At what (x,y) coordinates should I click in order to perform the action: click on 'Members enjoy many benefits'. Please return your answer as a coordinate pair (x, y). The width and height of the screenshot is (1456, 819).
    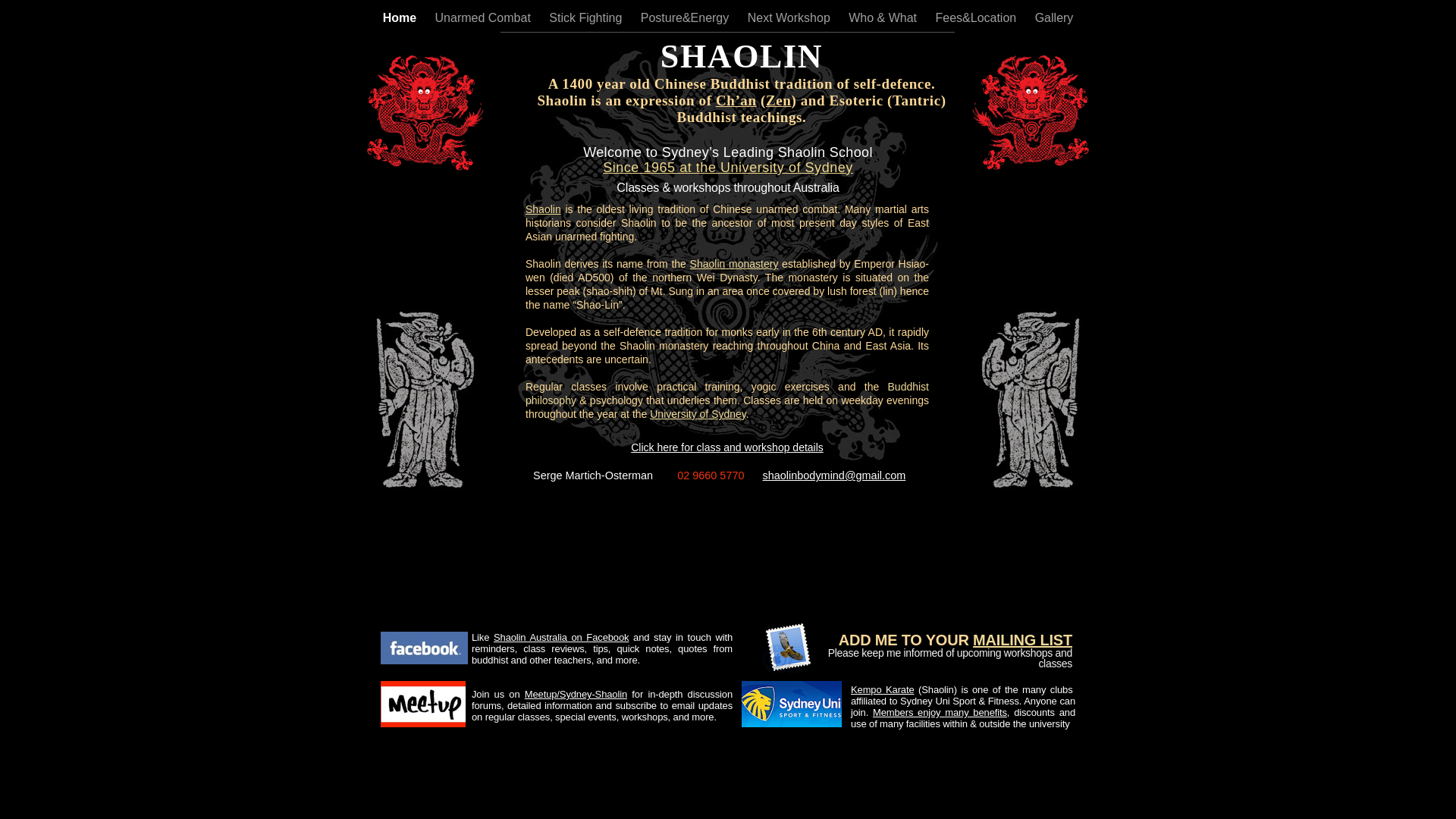
    Looking at the image, I should click on (939, 712).